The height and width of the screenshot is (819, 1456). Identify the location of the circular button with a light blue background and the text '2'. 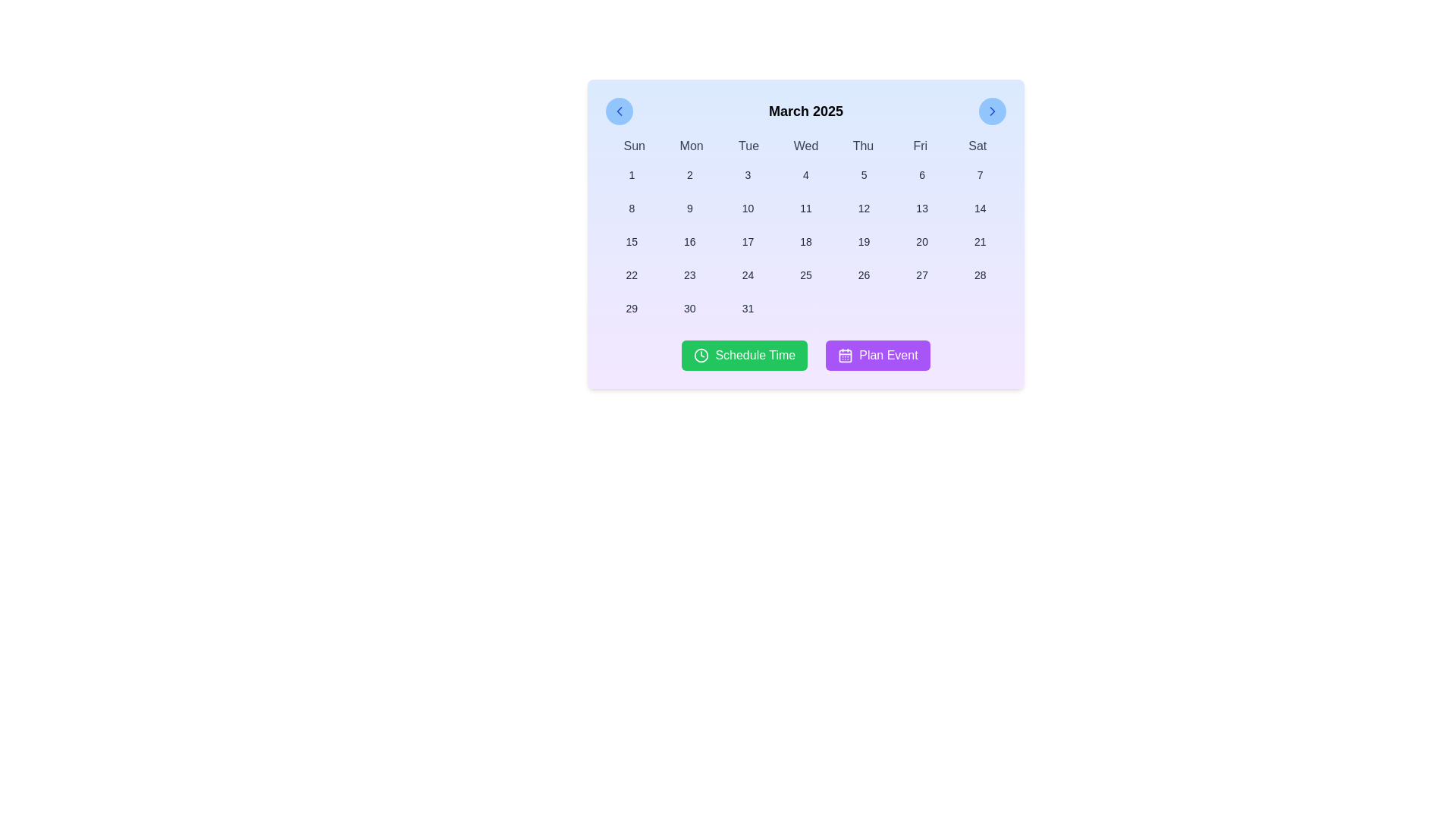
(689, 174).